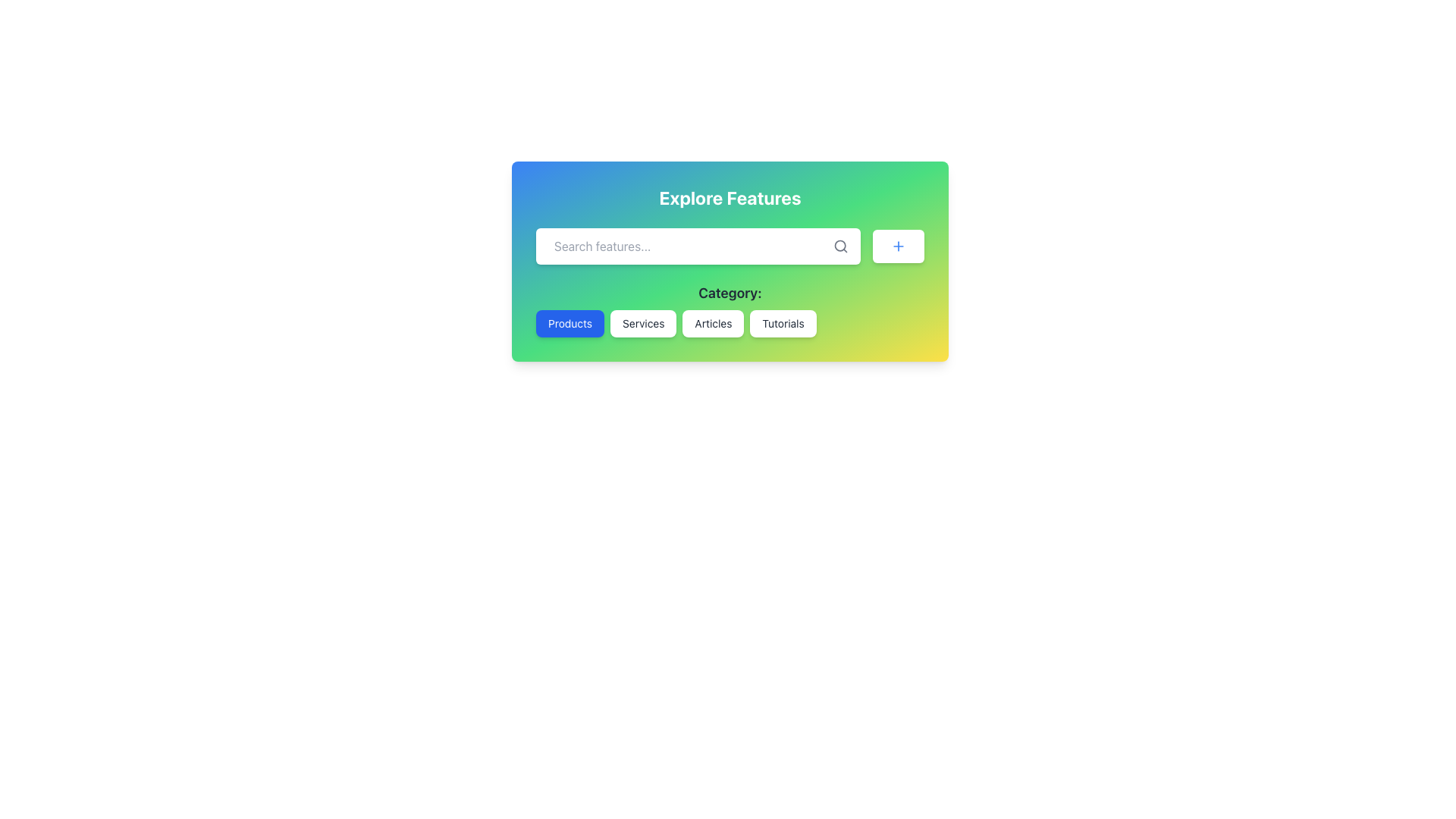 Image resolution: width=1456 pixels, height=819 pixels. Describe the element at coordinates (730, 293) in the screenshot. I see `the text label that indicates the purpose of the buttons below it, which categorize content or features` at that location.